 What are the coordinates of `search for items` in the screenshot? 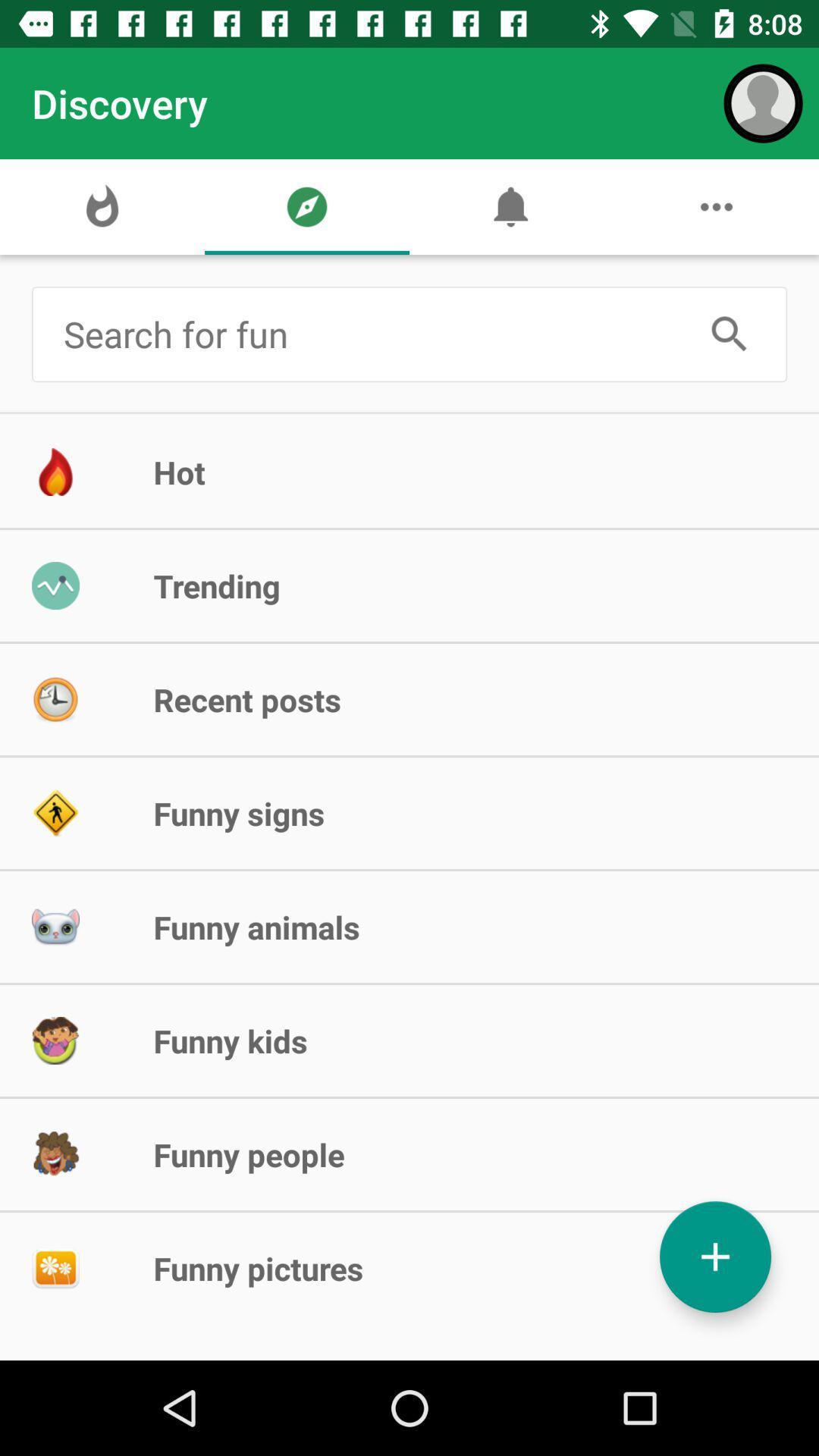 It's located at (372, 333).